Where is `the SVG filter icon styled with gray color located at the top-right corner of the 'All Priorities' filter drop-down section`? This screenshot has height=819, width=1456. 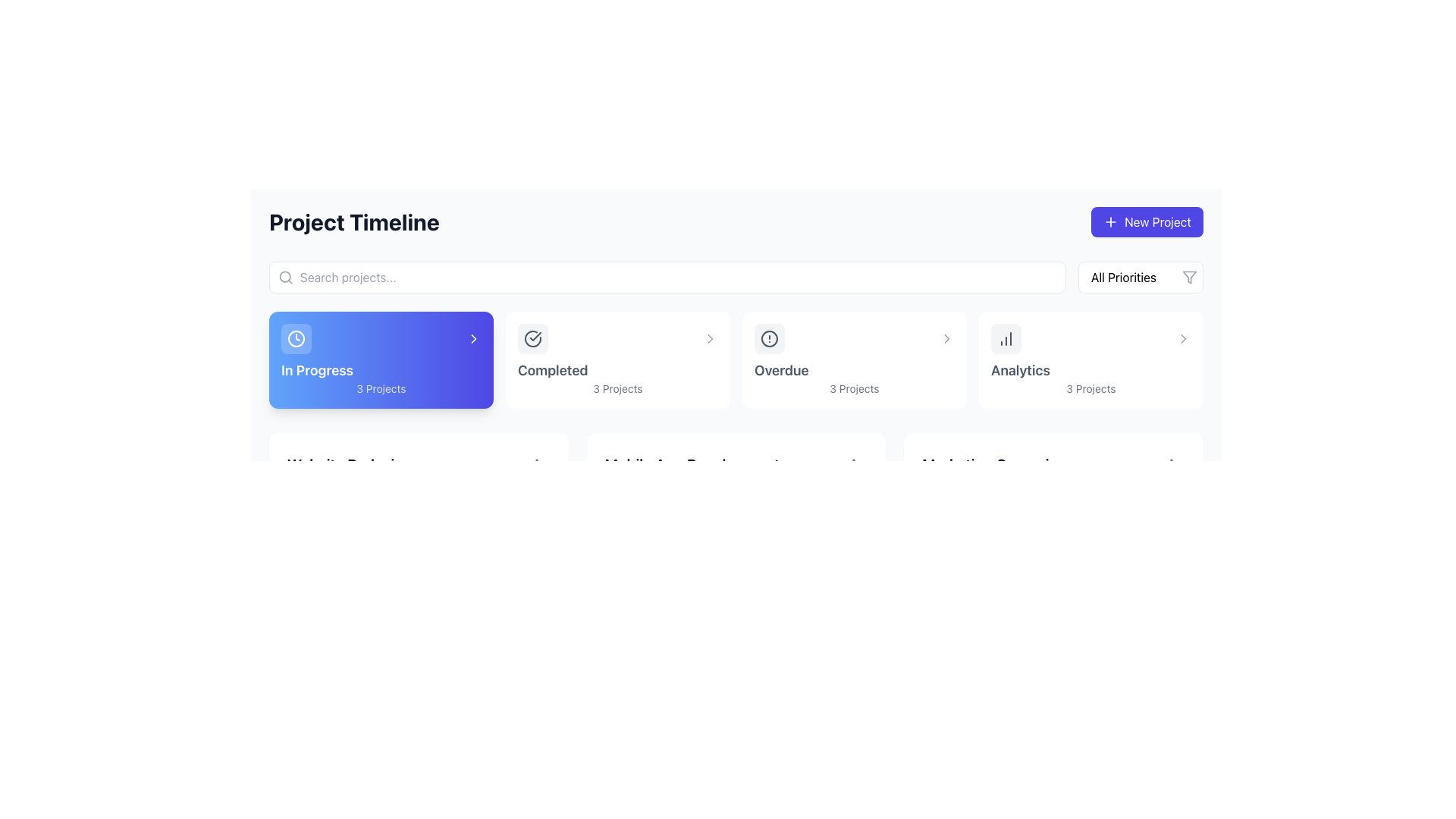 the SVG filter icon styled with gray color located at the top-right corner of the 'All Priorities' filter drop-down section is located at coordinates (1189, 278).